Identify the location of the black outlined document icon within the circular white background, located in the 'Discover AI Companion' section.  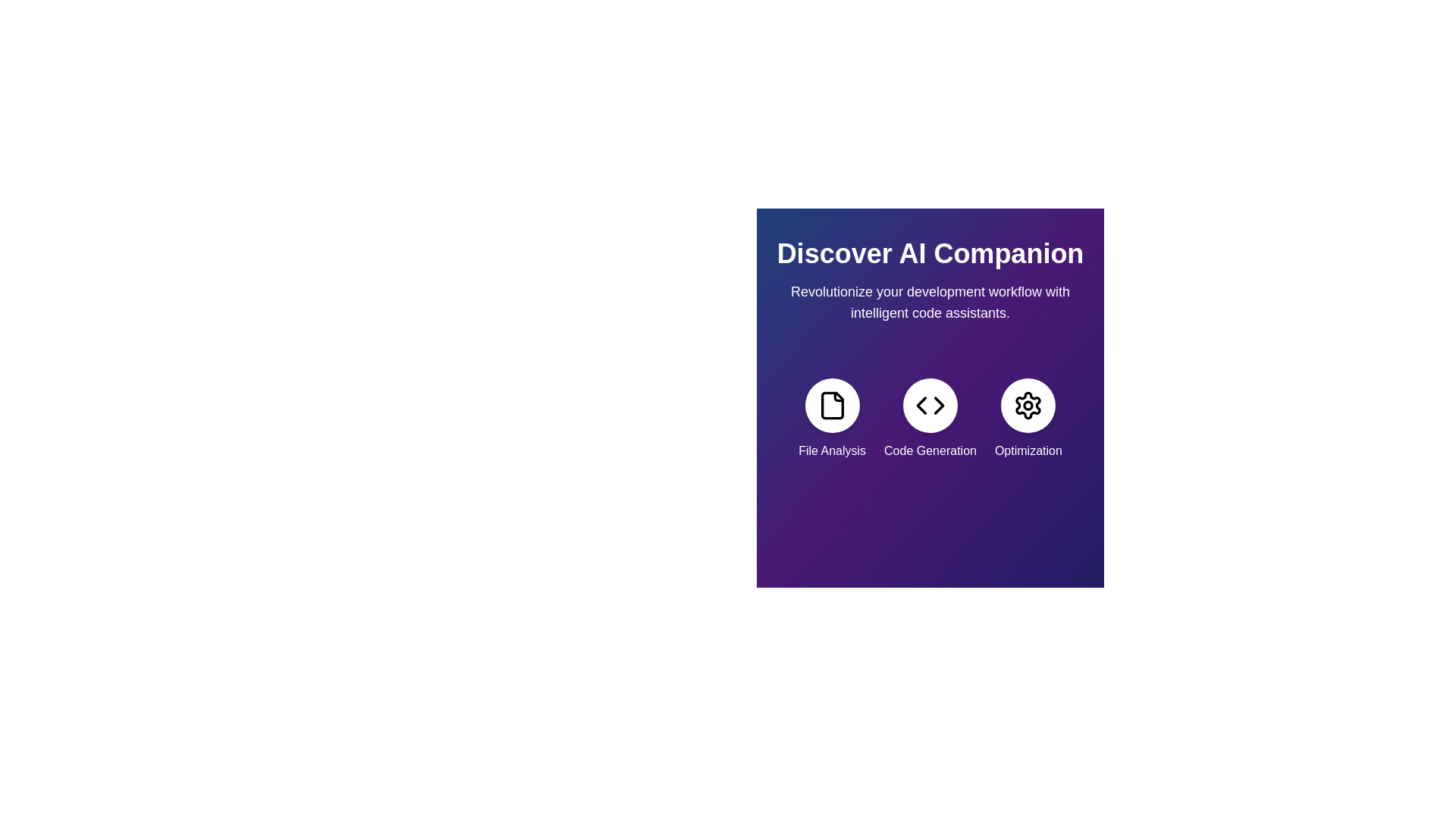
(831, 405).